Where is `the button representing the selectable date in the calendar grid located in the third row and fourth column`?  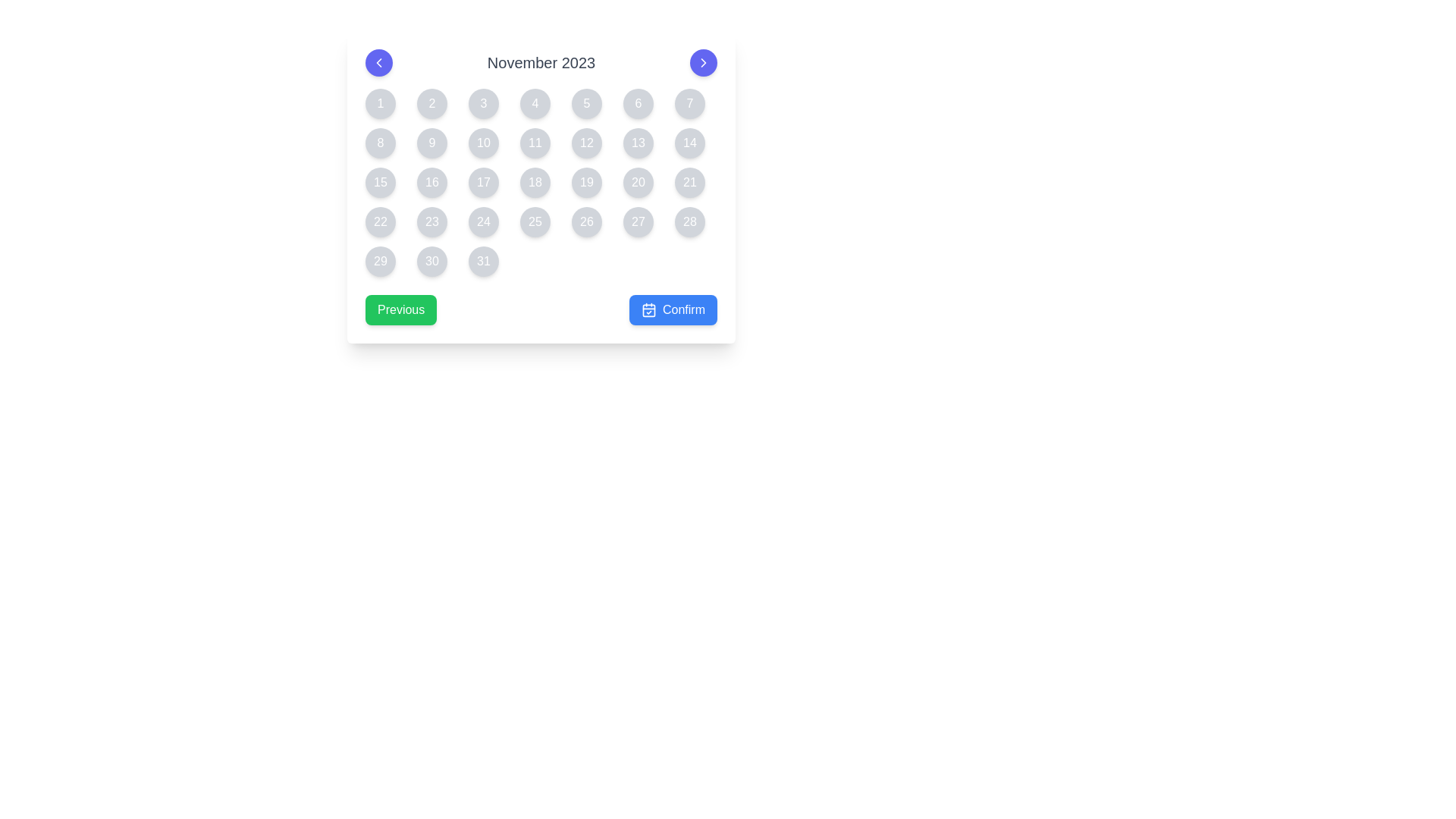
the button representing the selectable date in the calendar grid located in the third row and fourth column is located at coordinates (483, 181).